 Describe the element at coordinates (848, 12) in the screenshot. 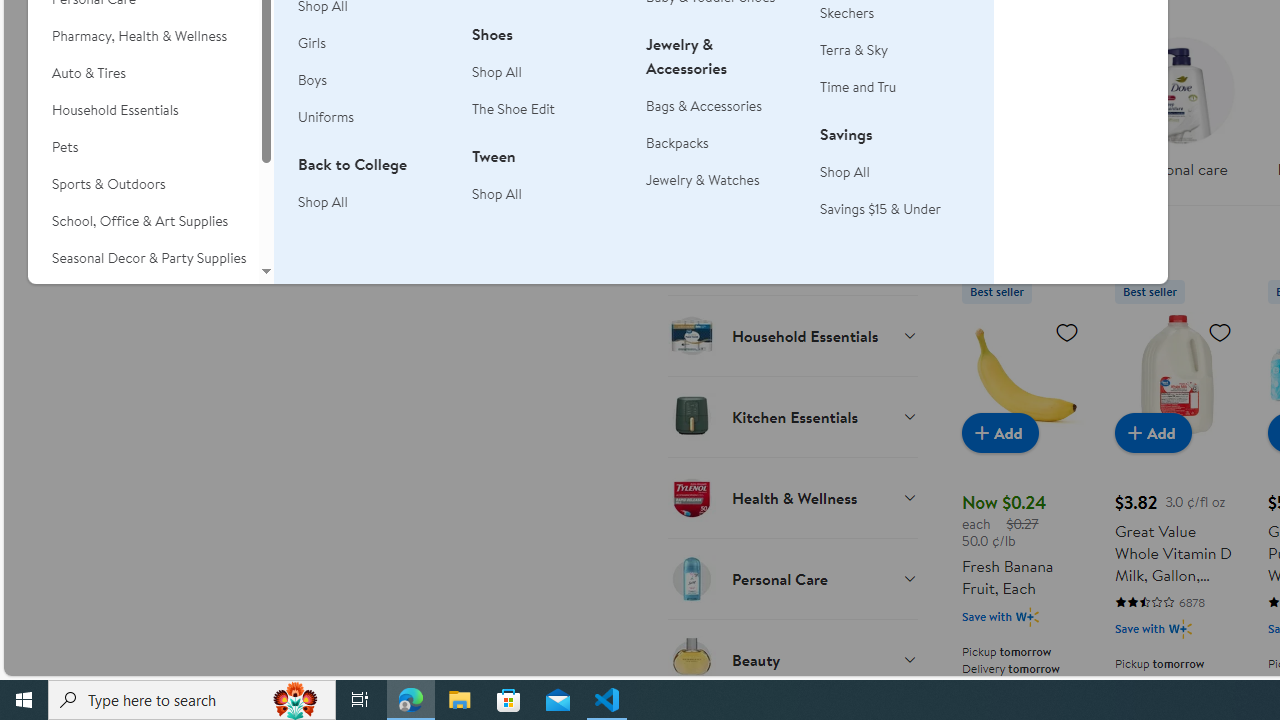

I see `'Skechers'` at that location.